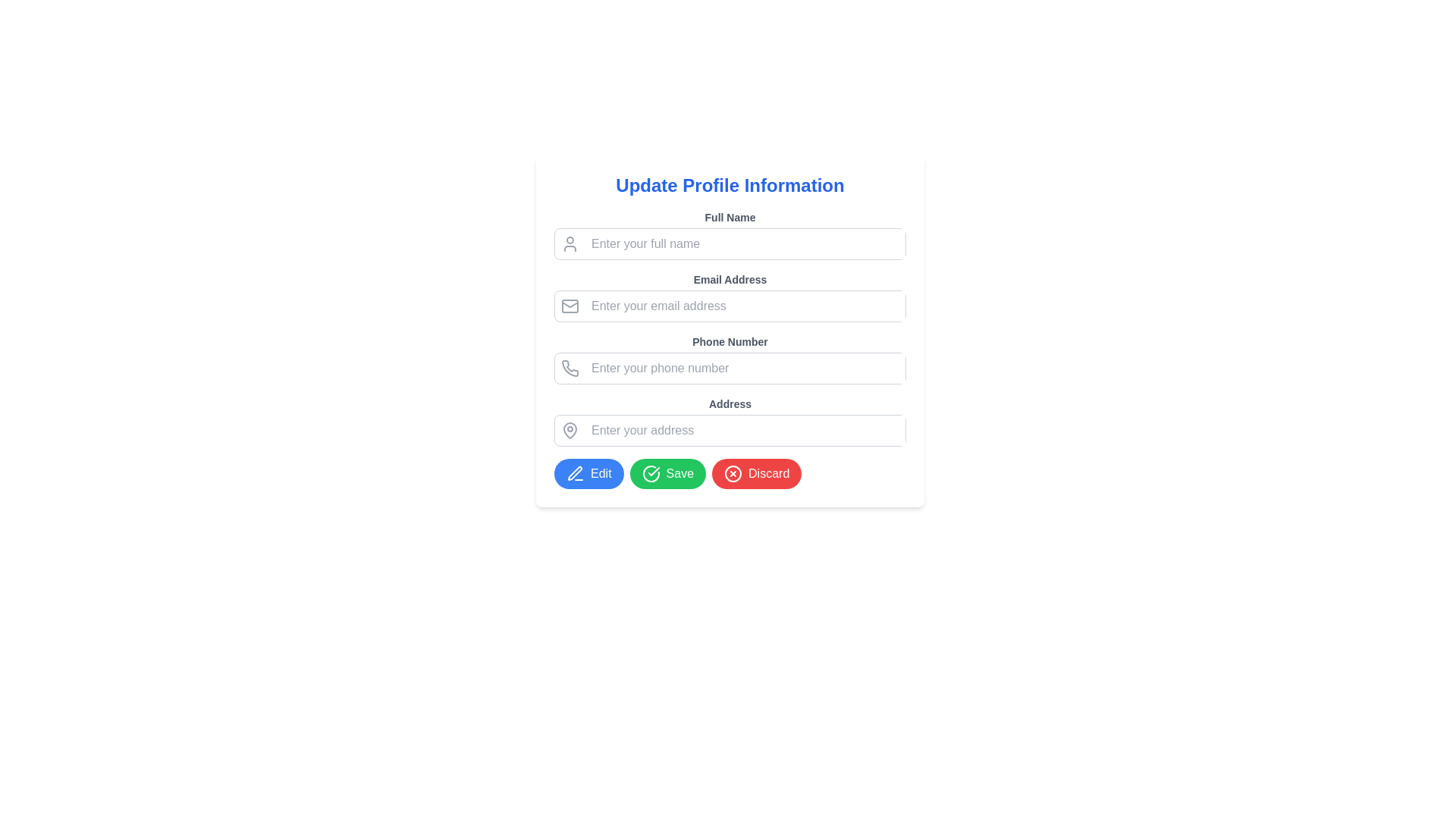  Describe the element at coordinates (733, 472) in the screenshot. I see `the SVG Circle Element that represents the cancellation icon, located near the discard button towards the lower-right end of the form` at that location.